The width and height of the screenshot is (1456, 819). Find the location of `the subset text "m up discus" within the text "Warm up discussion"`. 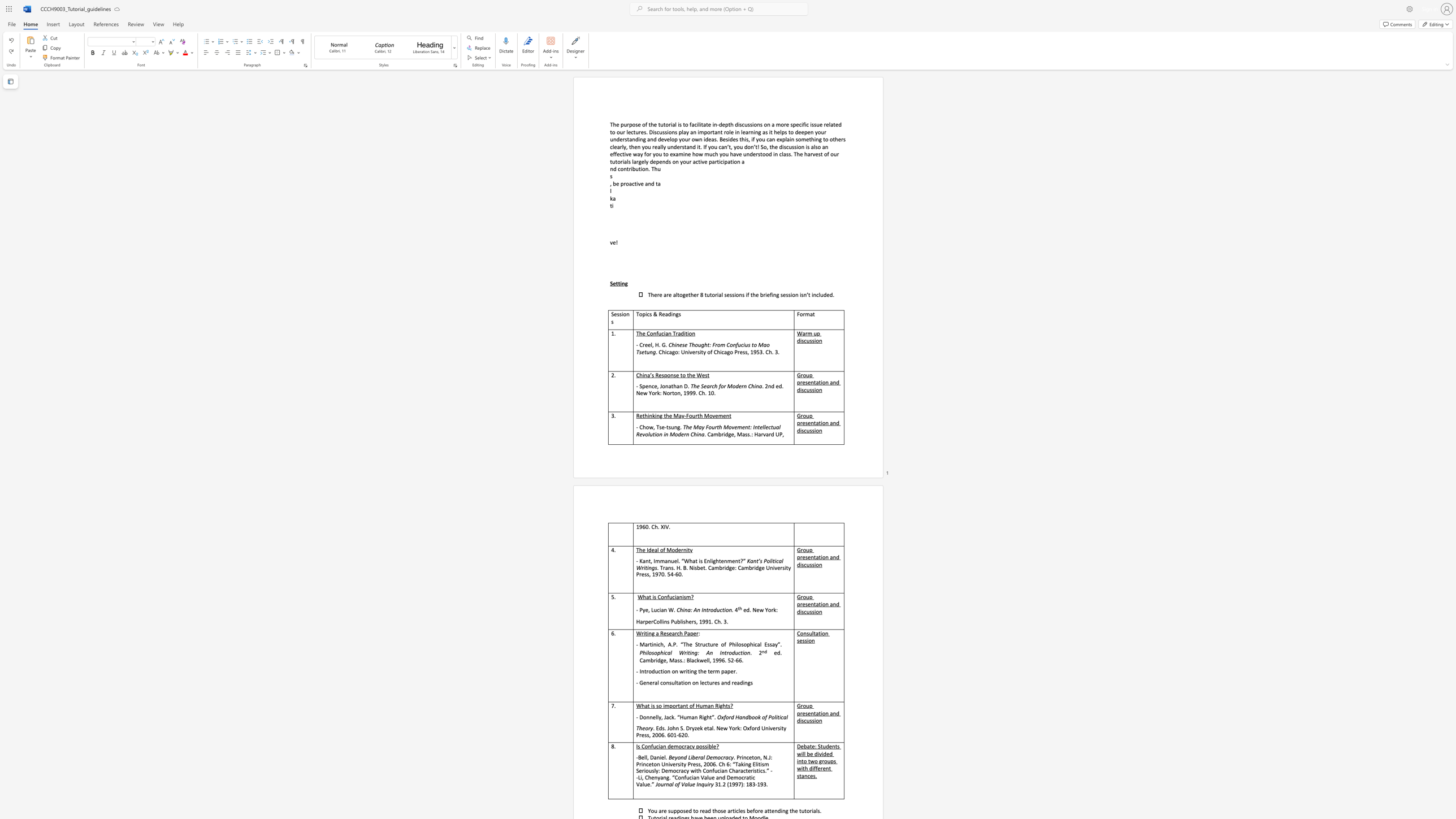

the subset text "m up discus" within the text "Warm up discussion" is located at coordinates (807, 332).